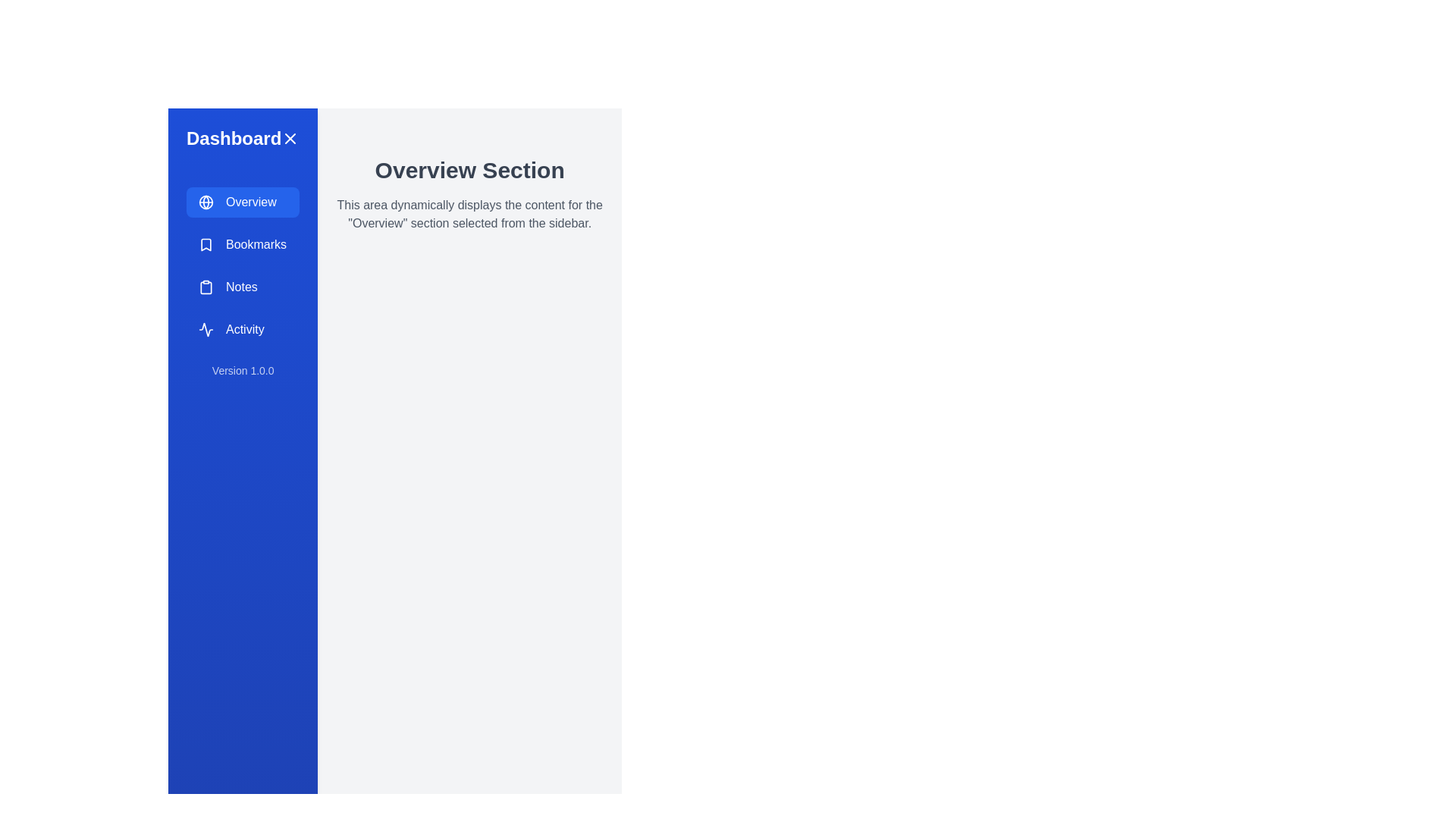 The width and height of the screenshot is (1456, 819). Describe the element at coordinates (290, 138) in the screenshot. I see `the close button to close the sidebar` at that location.